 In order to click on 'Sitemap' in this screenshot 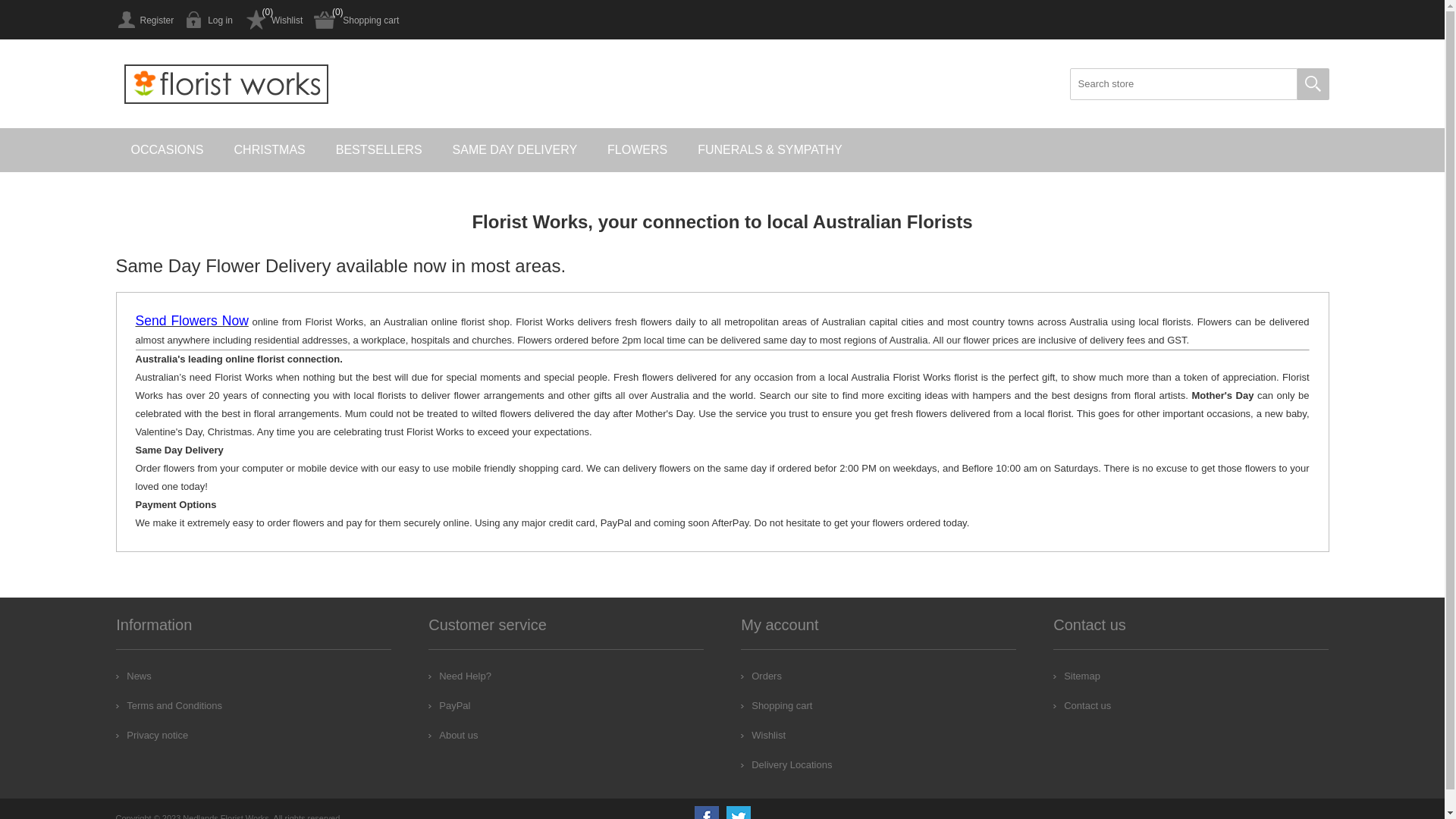, I will do `click(1076, 675)`.